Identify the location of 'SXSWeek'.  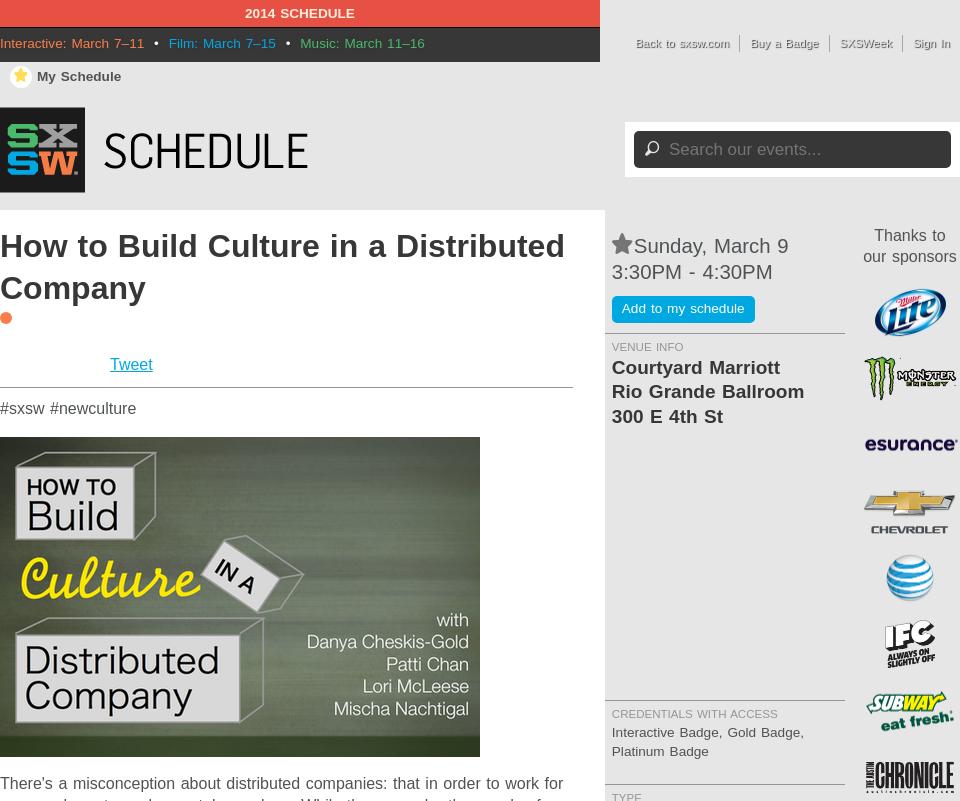
(863, 42).